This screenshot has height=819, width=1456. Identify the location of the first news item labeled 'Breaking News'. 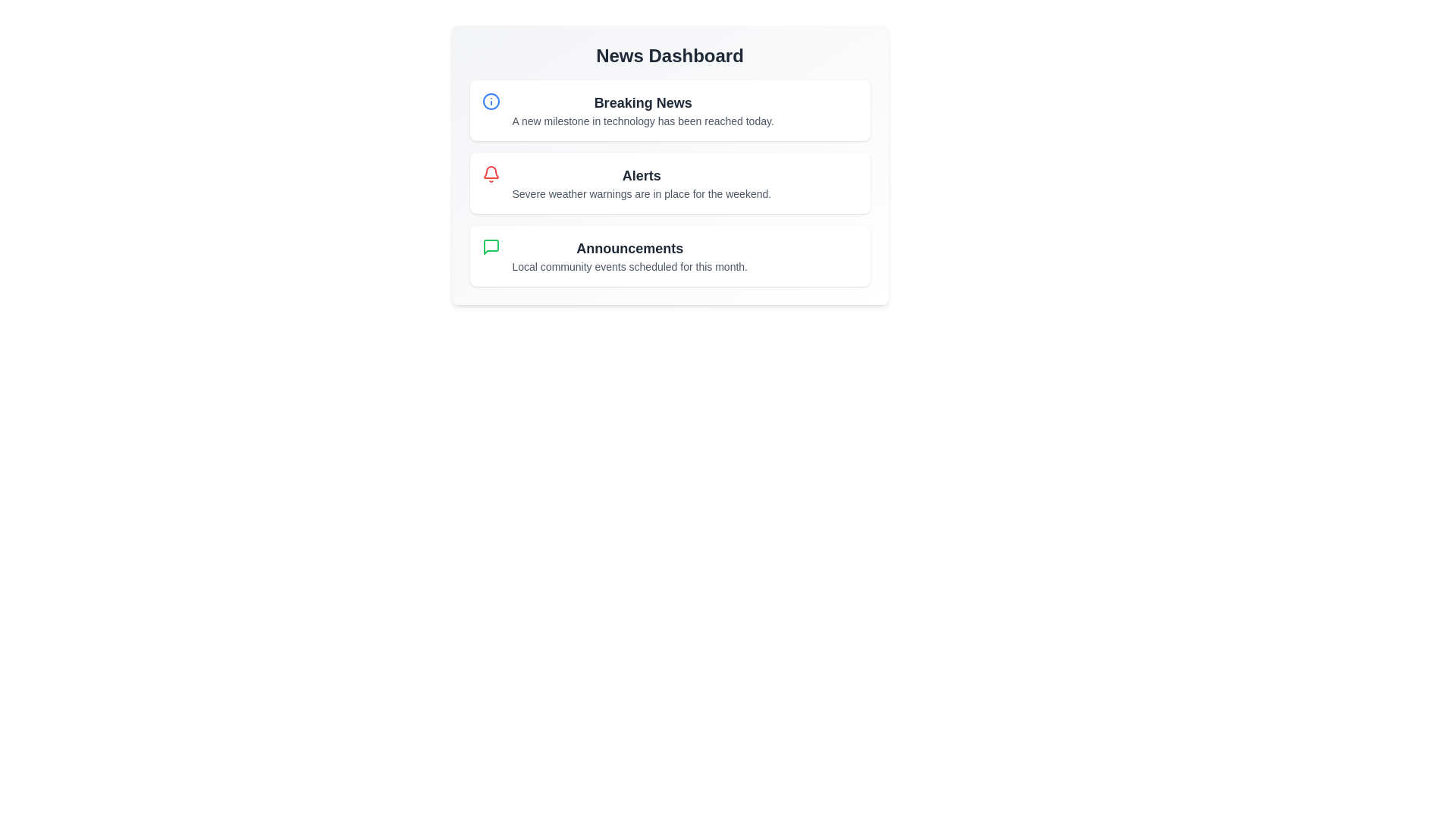
(669, 110).